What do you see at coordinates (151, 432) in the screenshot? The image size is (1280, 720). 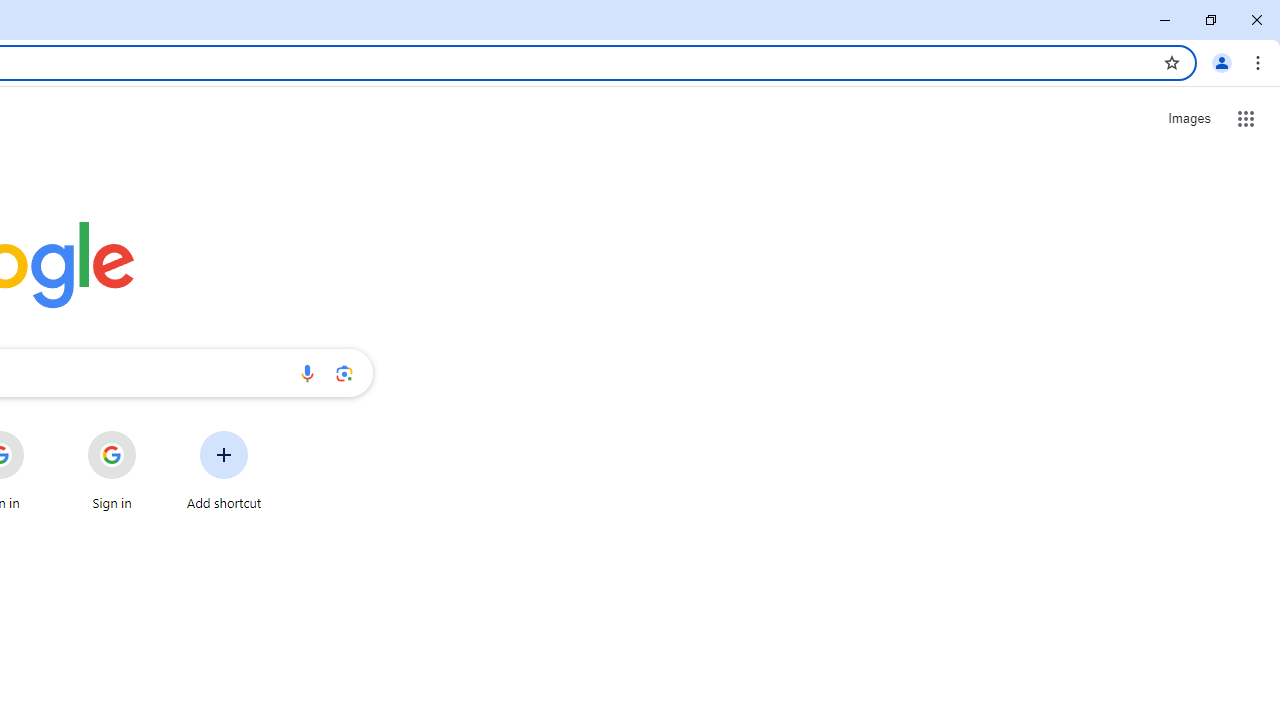 I see `'More actions for Sign in shortcut'` at bounding box center [151, 432].